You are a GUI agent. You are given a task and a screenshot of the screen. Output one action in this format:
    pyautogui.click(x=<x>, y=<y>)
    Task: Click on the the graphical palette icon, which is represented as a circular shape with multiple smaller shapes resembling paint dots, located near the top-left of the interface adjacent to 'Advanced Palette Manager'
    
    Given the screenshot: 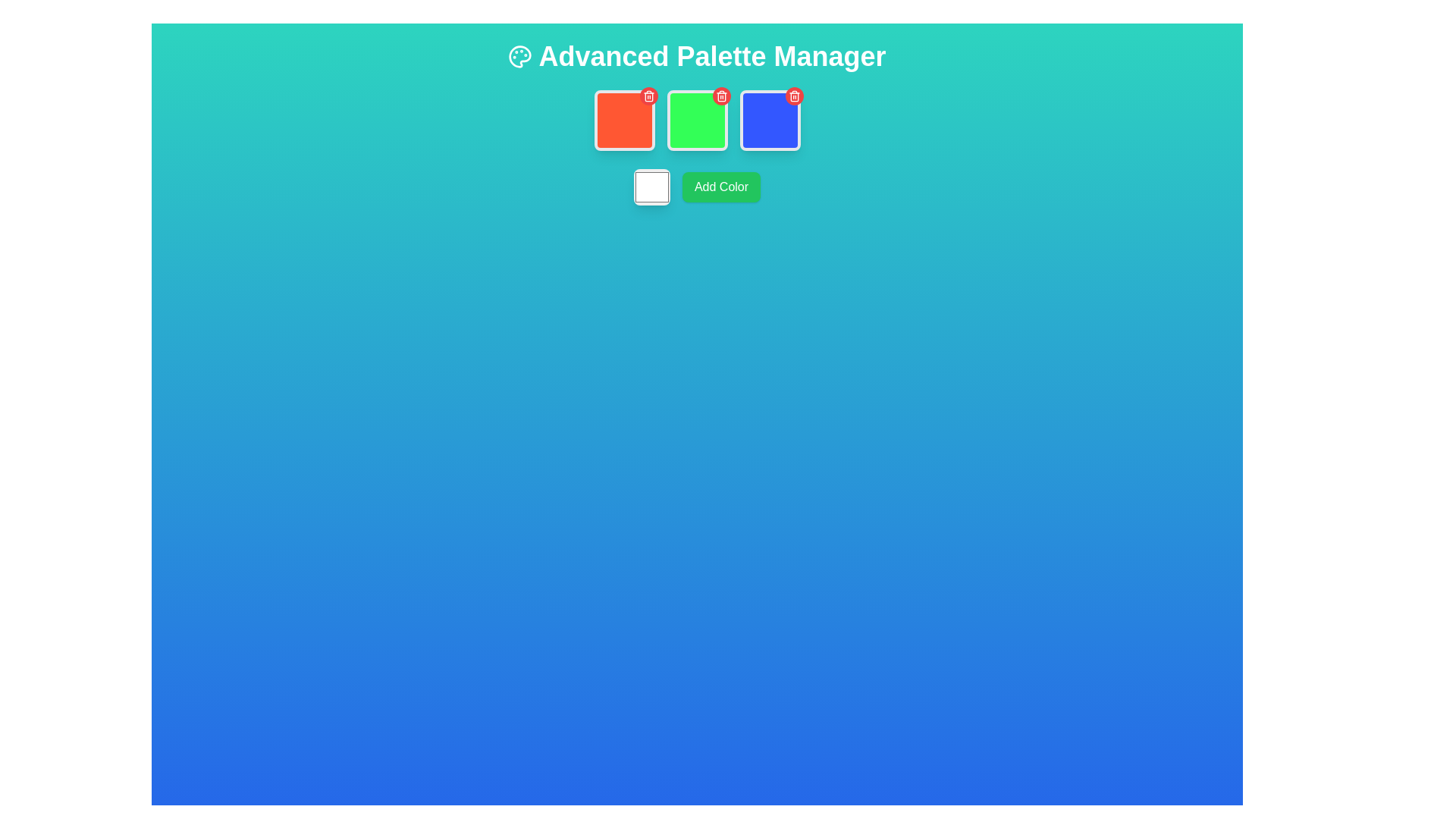 What is the action you would take?
    pyautogui.click(x=520, y=55)
    